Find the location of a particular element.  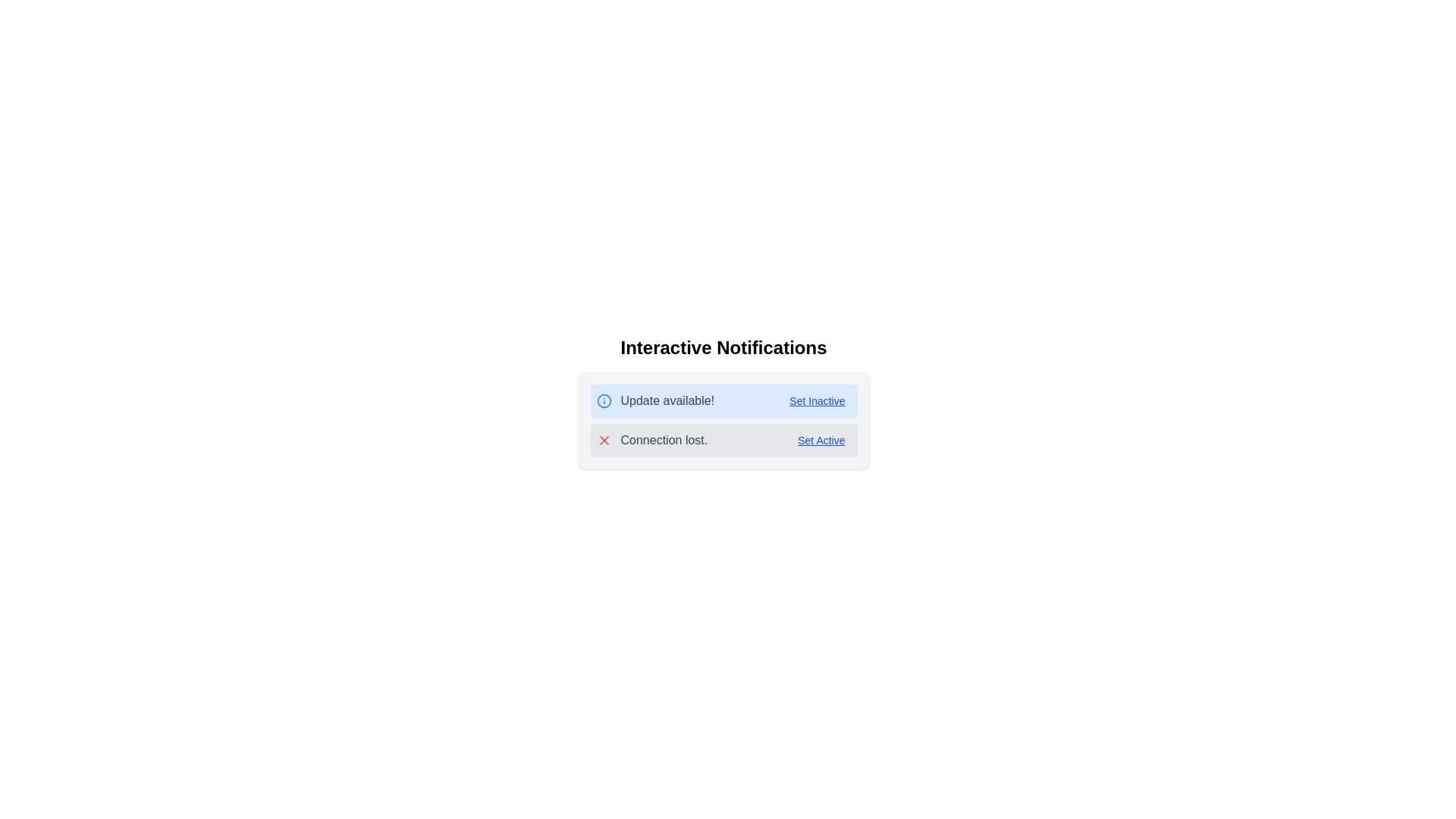

the second Text Label in the notification panel that alerts the user about an available update is located at coordinates (667, 400).